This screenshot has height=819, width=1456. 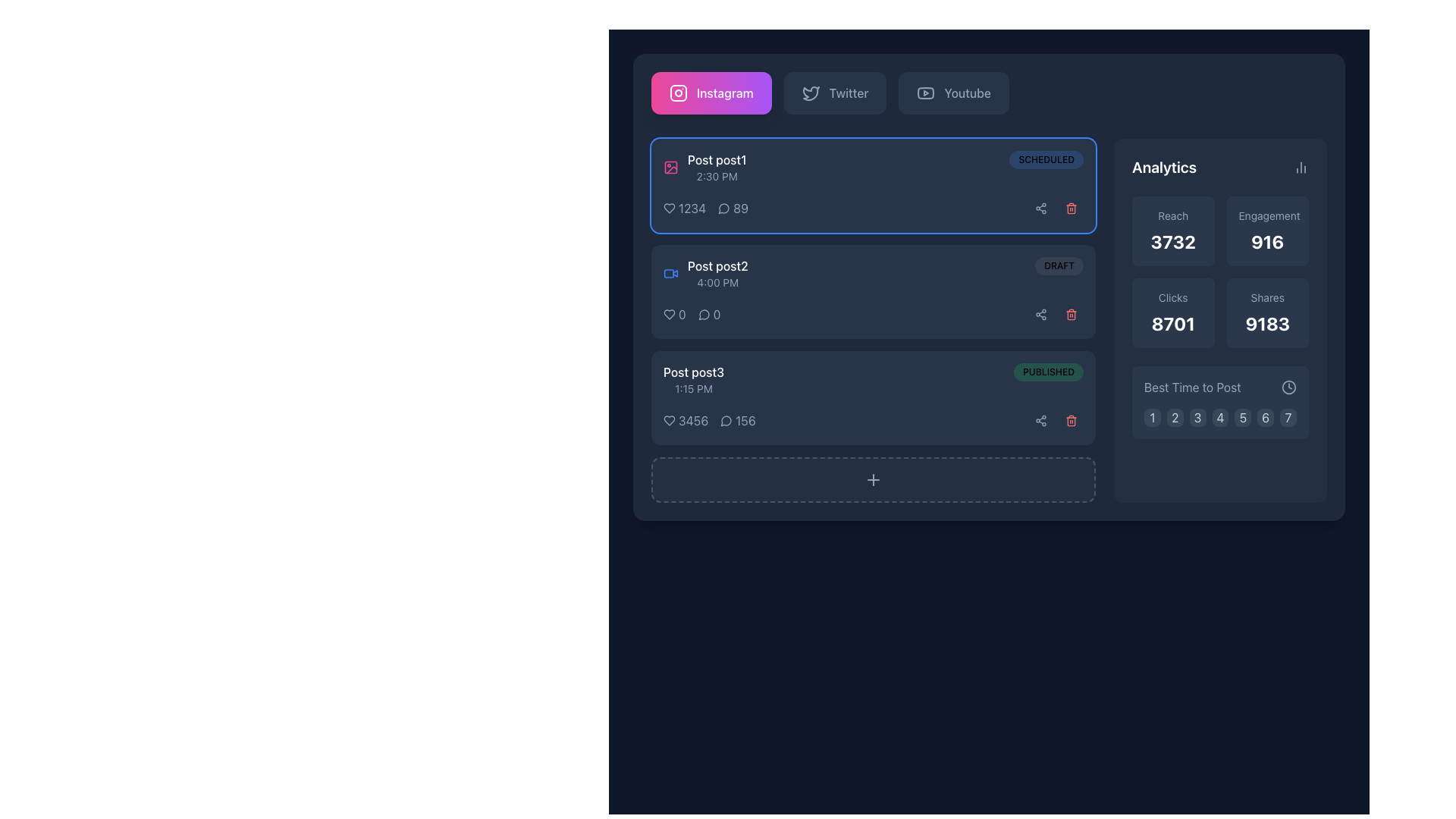 I want to click on numerical value '1234' displayed next to the heart icon in the top section of the interface, so click(x=684, y=208).